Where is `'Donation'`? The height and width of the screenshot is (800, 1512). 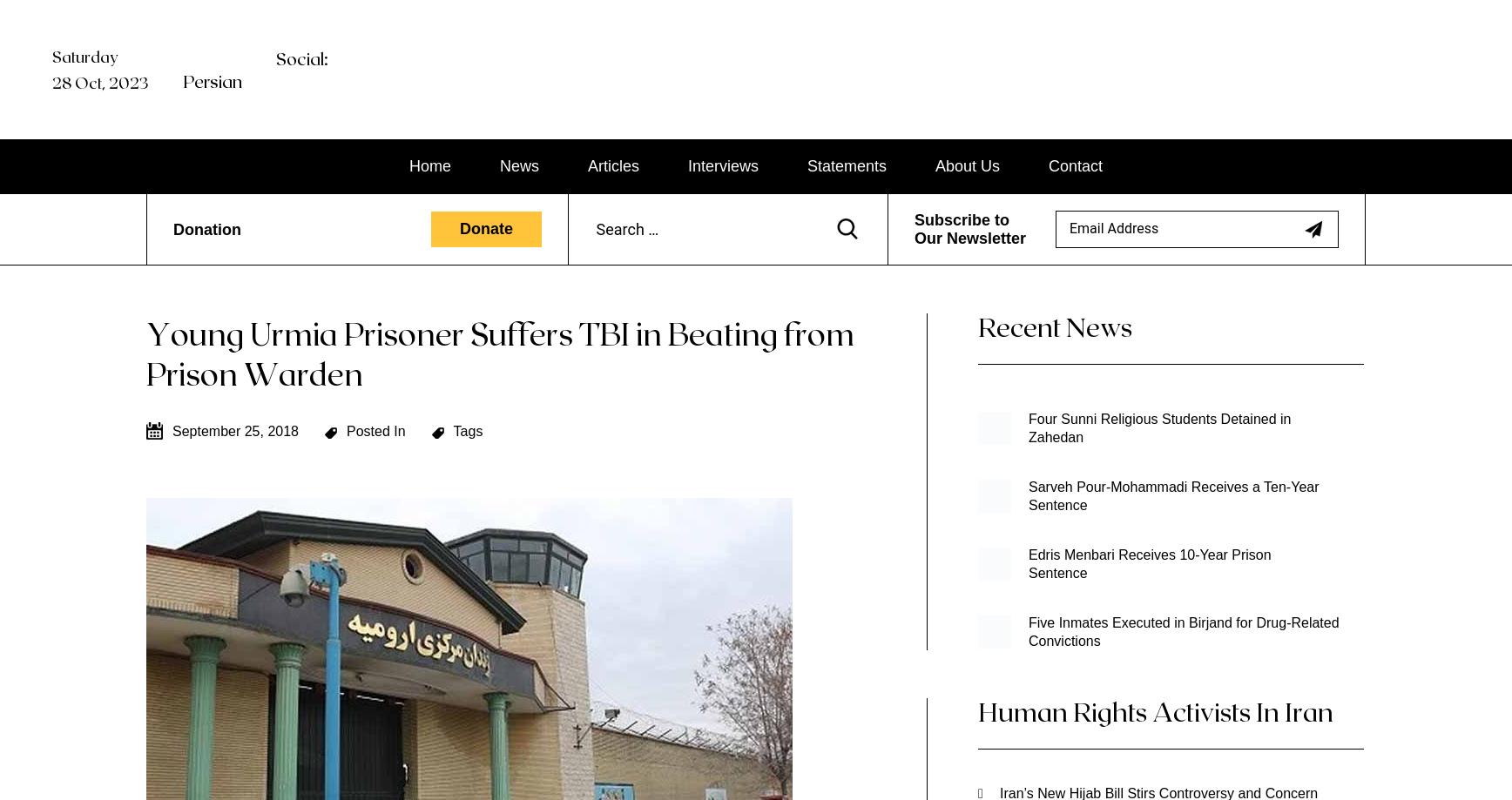 'Donation' is located at coordinates (206, 229).